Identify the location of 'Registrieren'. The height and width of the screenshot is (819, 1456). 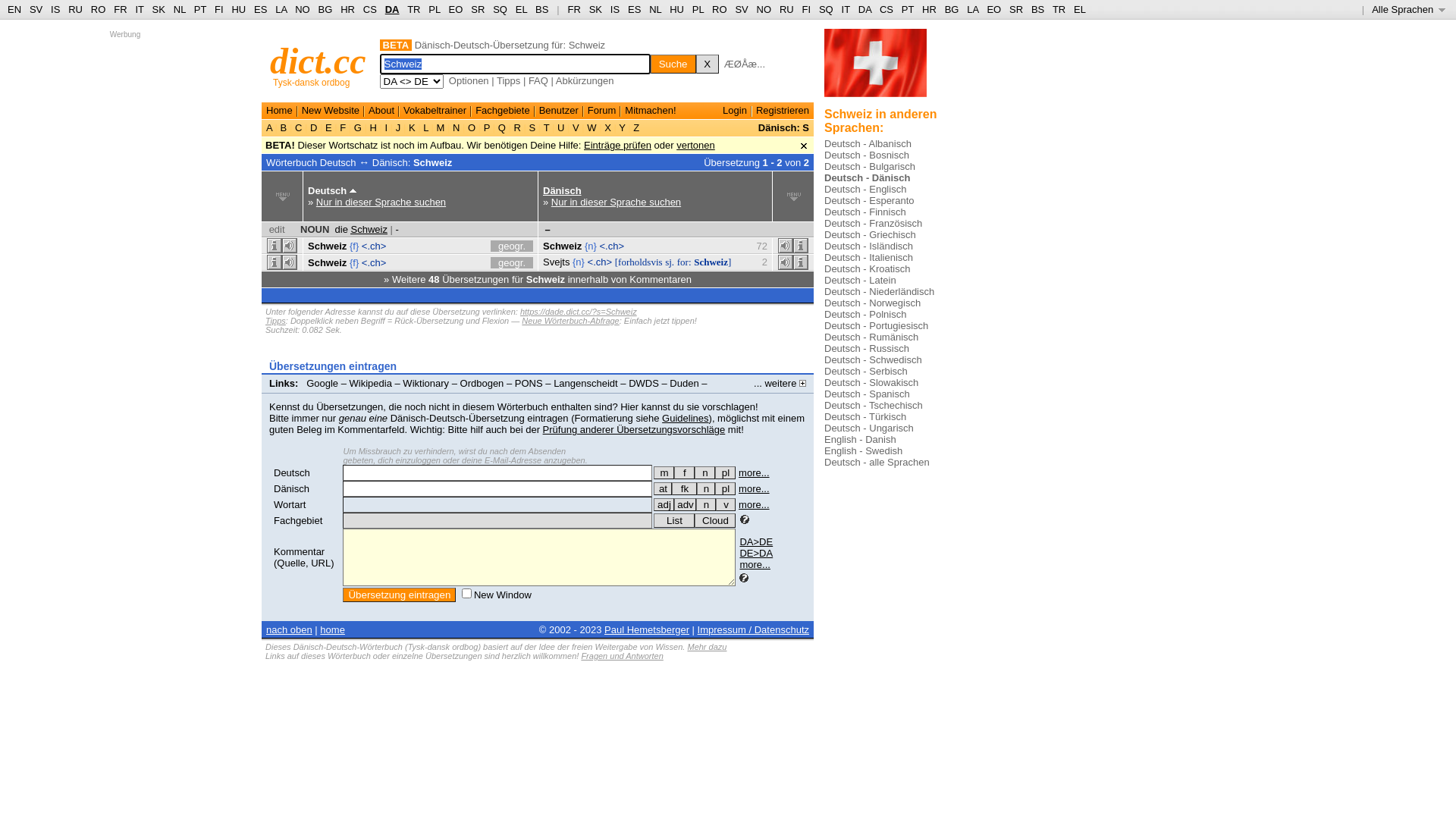
(783, 109).